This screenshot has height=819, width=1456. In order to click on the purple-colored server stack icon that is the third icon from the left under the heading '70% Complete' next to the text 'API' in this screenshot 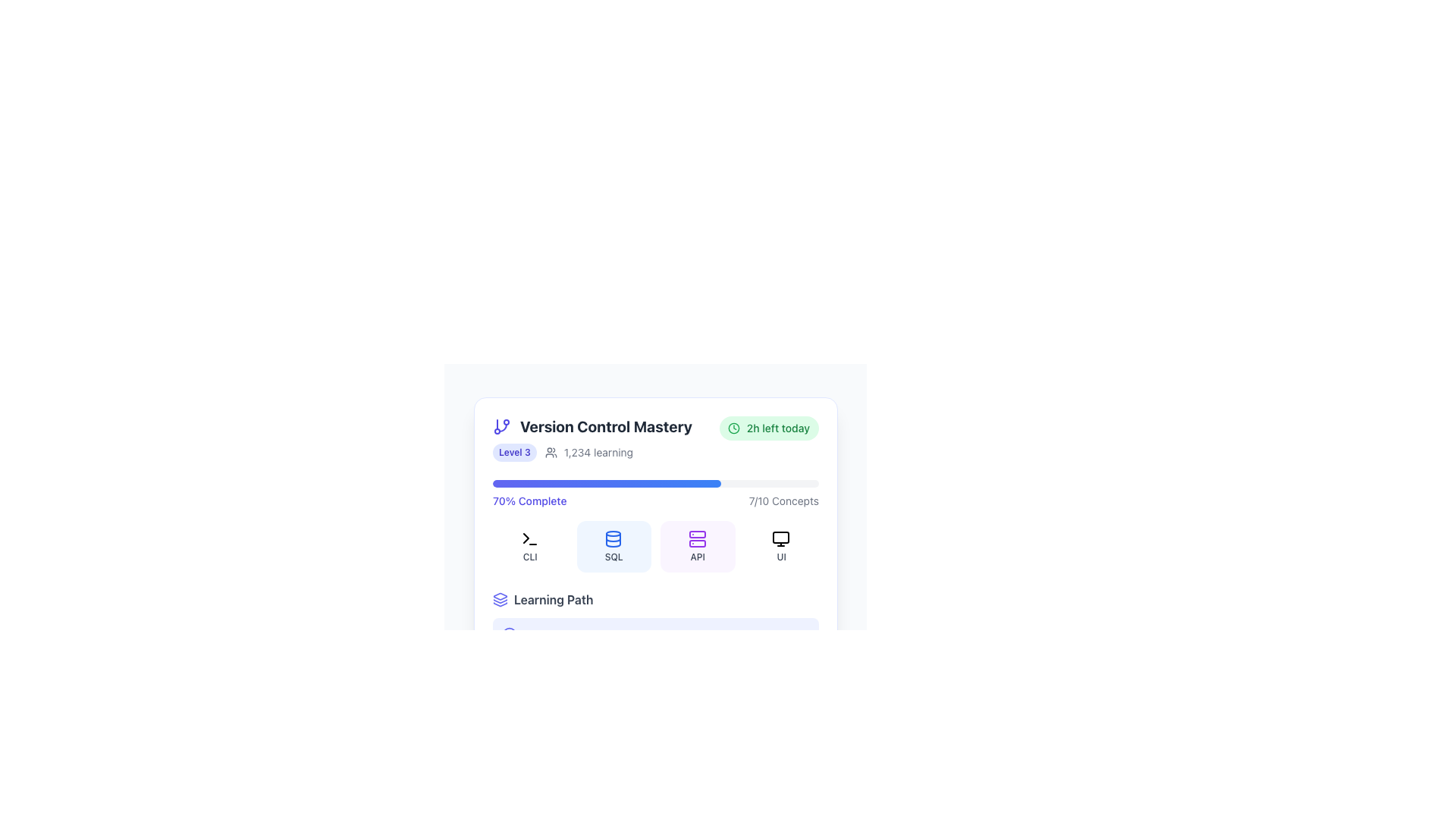, I will do `click(696, 538)`.